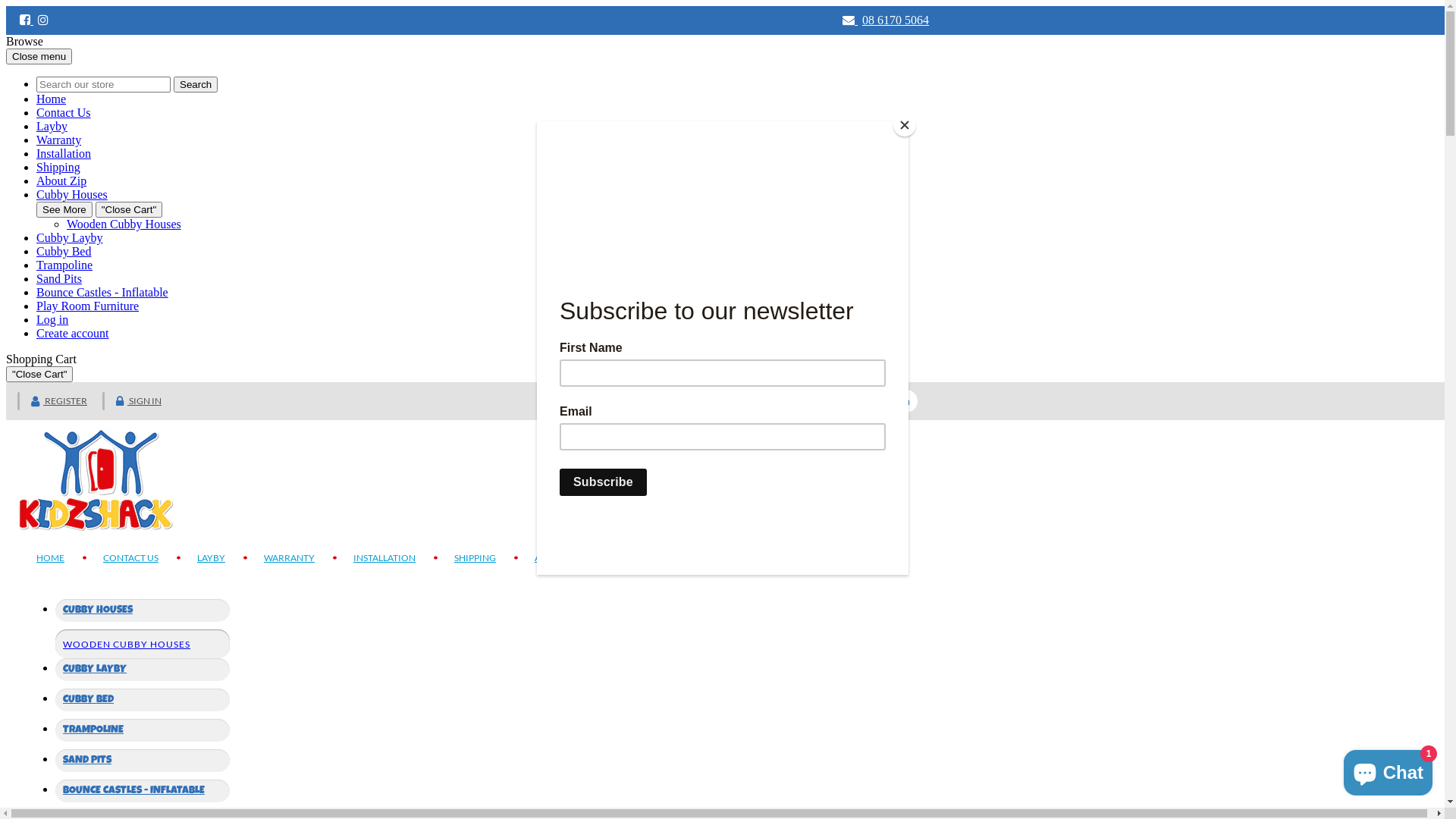 The image size is (1456, 819). Describe the element at coordinates (289, 557) in the screenshot. I see `'WARRANTY'` at that location.